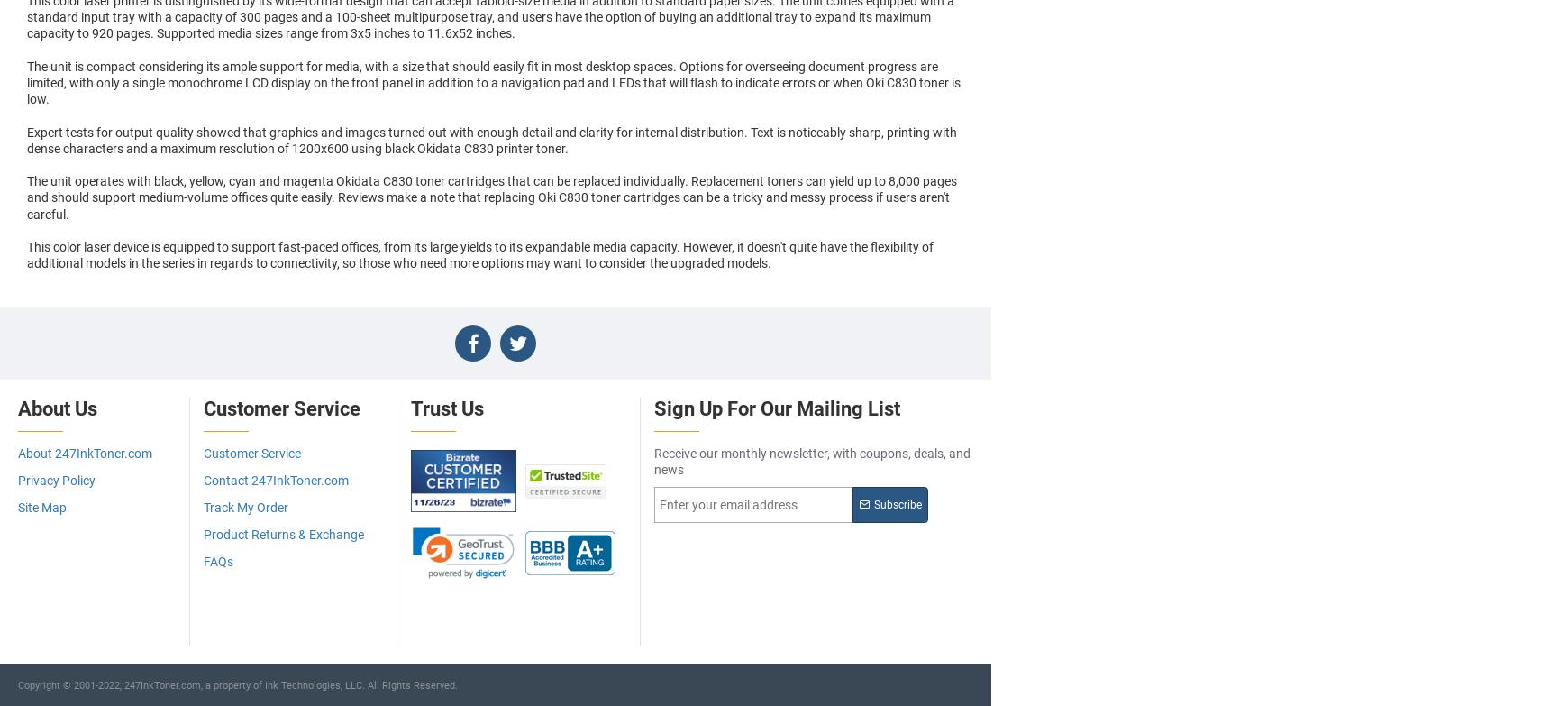  What do you see at coordinates (55, 478) in the screenshot?
I see `'Privacy Policy'` at bounding box center [55, 478].